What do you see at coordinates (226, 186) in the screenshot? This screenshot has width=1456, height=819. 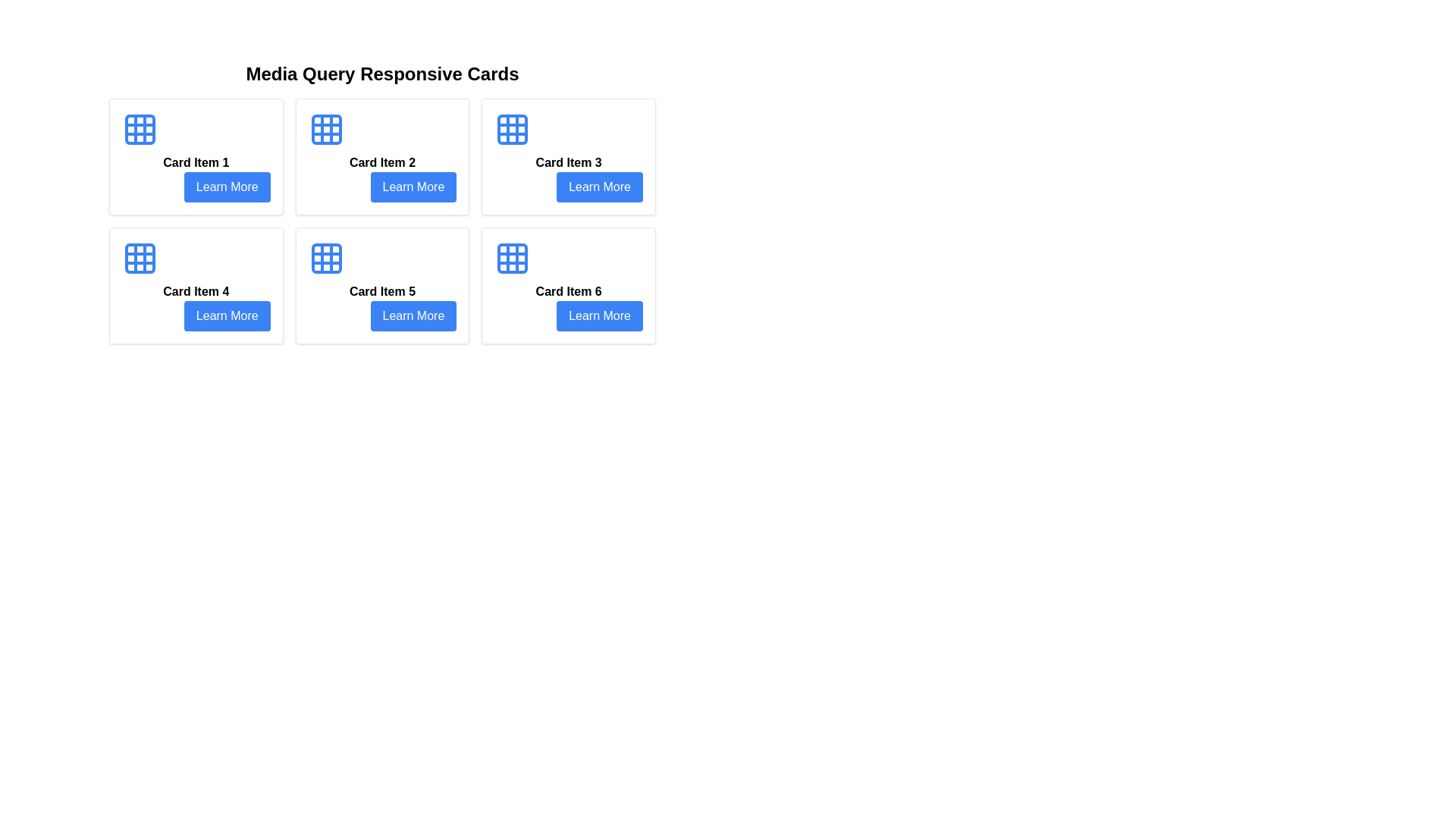 I see `the 'Learn More' button located at the bottom right corner of 'Card Item 1'` at bounding box center [226, 186].